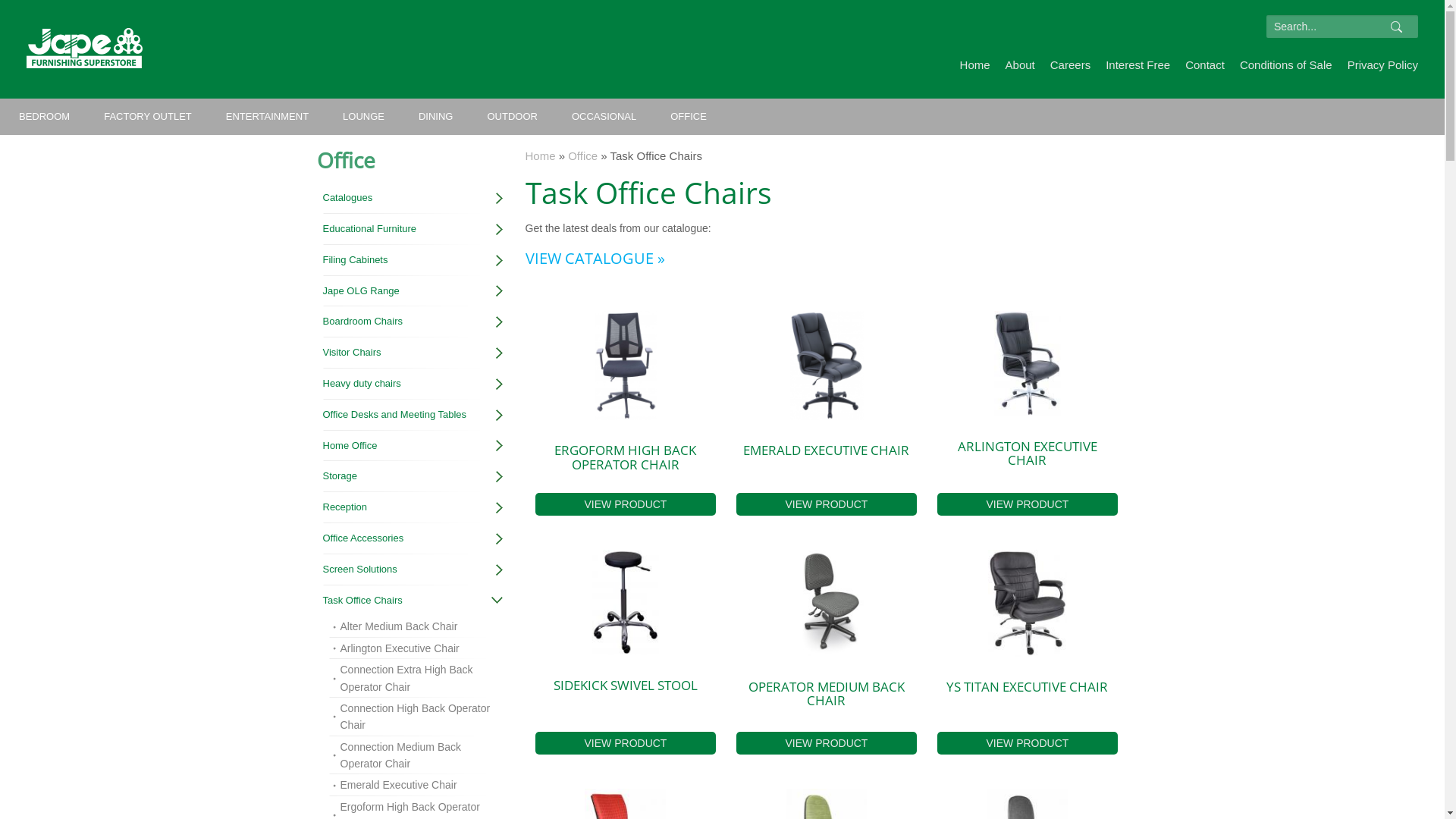 The height and width of the screenshot is (819, 1456). I want to click on 'Jape Furnishing Super Store', so click(83, 47).